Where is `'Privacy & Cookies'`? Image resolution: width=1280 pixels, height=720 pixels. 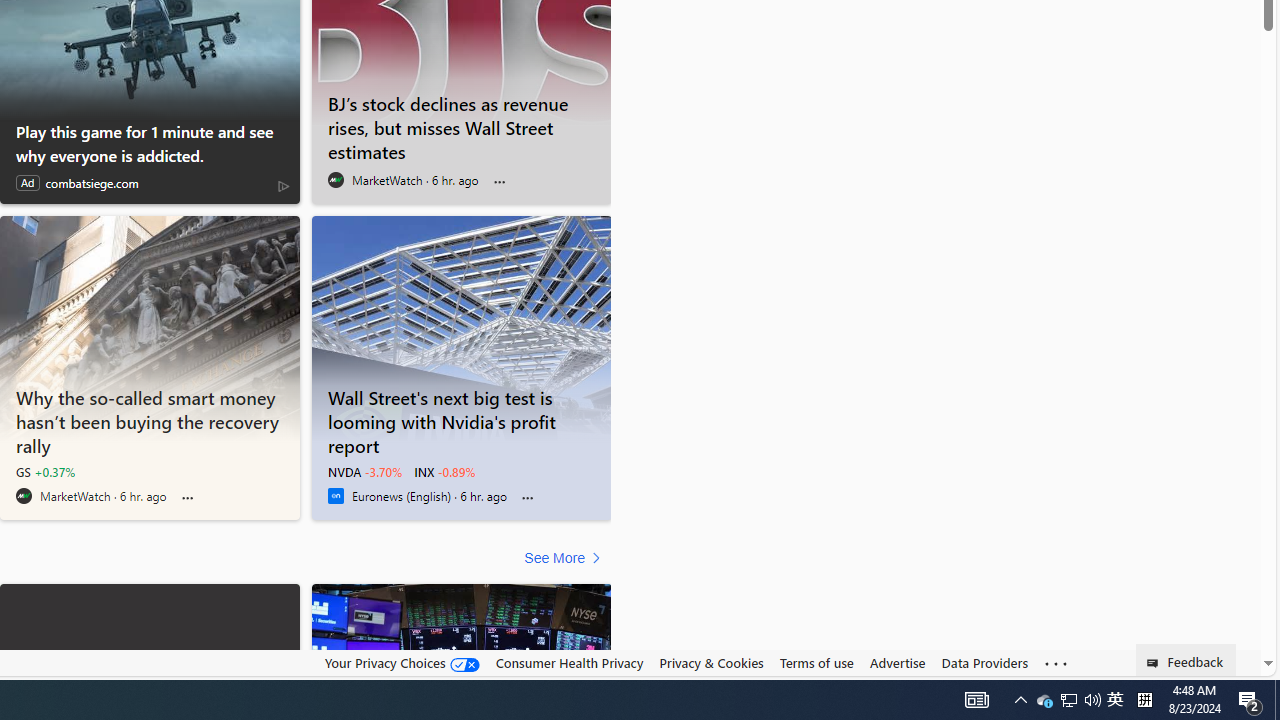 'Privacy & Cookies' is located at coordinates (711, 662).